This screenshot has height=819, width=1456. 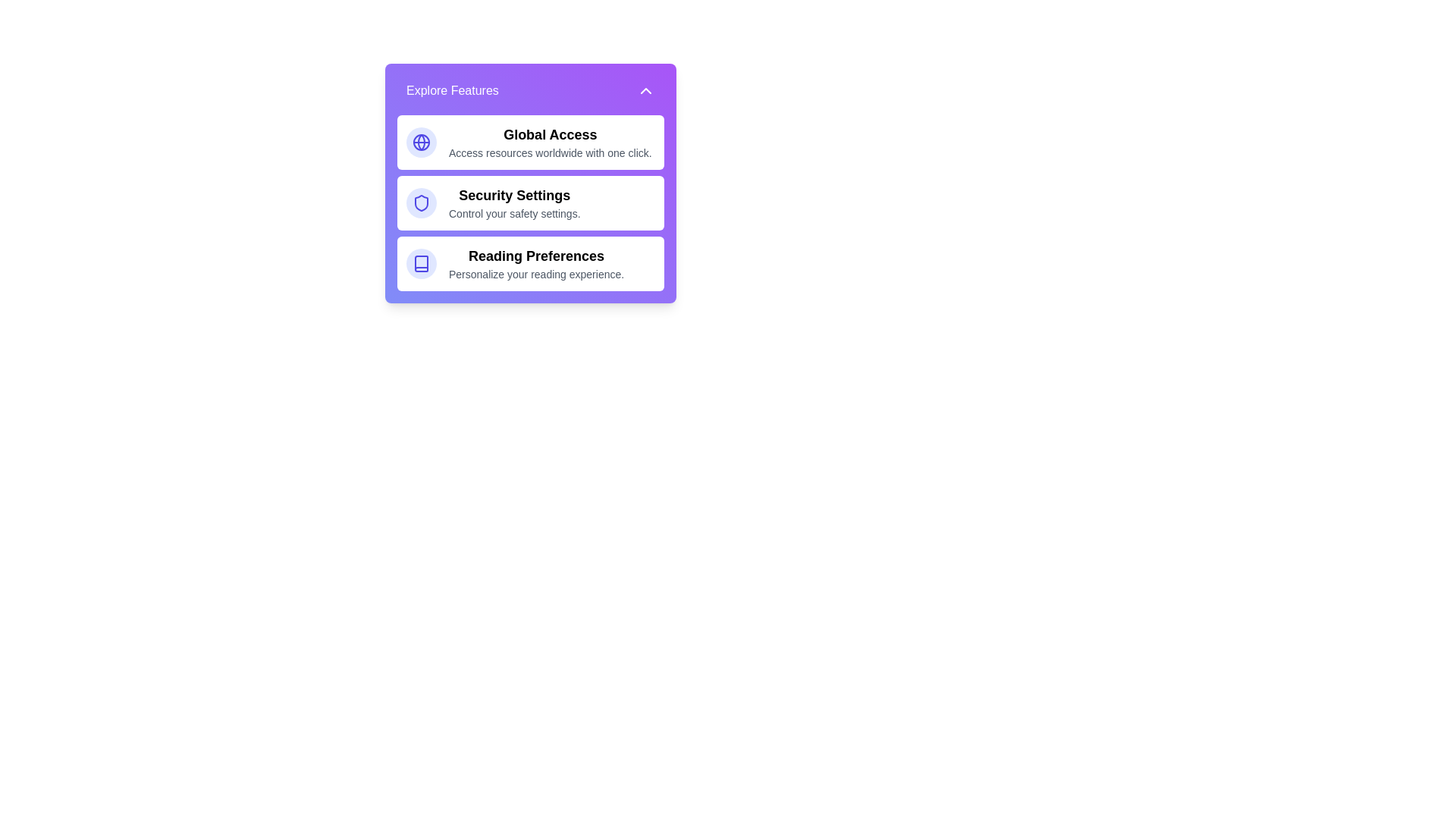 I want to click on the 'Security Settings' text label, which is styled in bold and larger font, so click(x=514, y=202).